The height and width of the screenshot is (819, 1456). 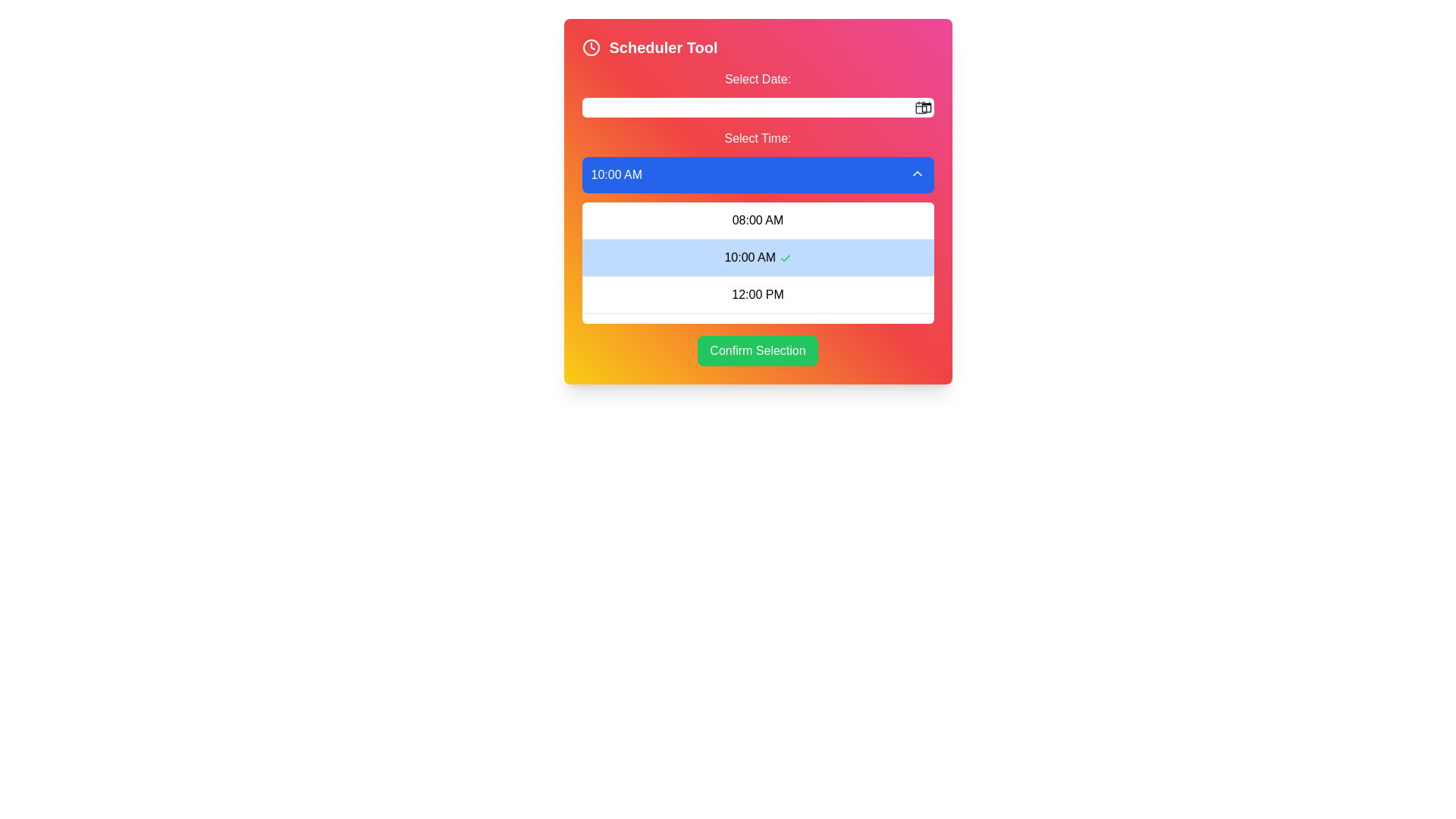 What do you see at coordinates (590, 46) in the screenshot?
I see `the decorative icon for the 'Scheduler Tool' positioned in the top-left corner of the header section` at bounding box center [590, 46].